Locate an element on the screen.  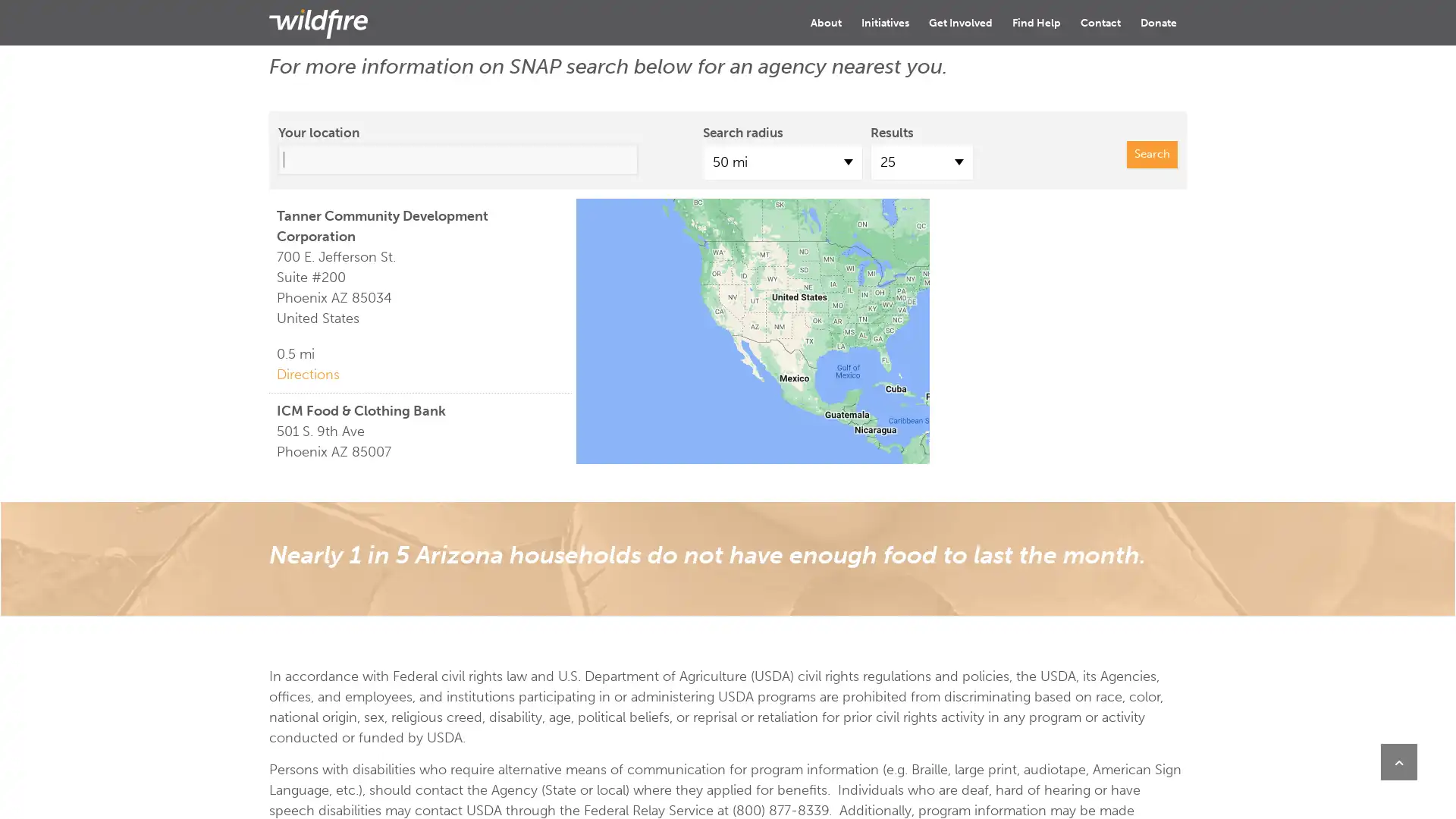
Helping Families In Need (Sisters of Notre Dame De Namur) is located at coordinates (885, 362).